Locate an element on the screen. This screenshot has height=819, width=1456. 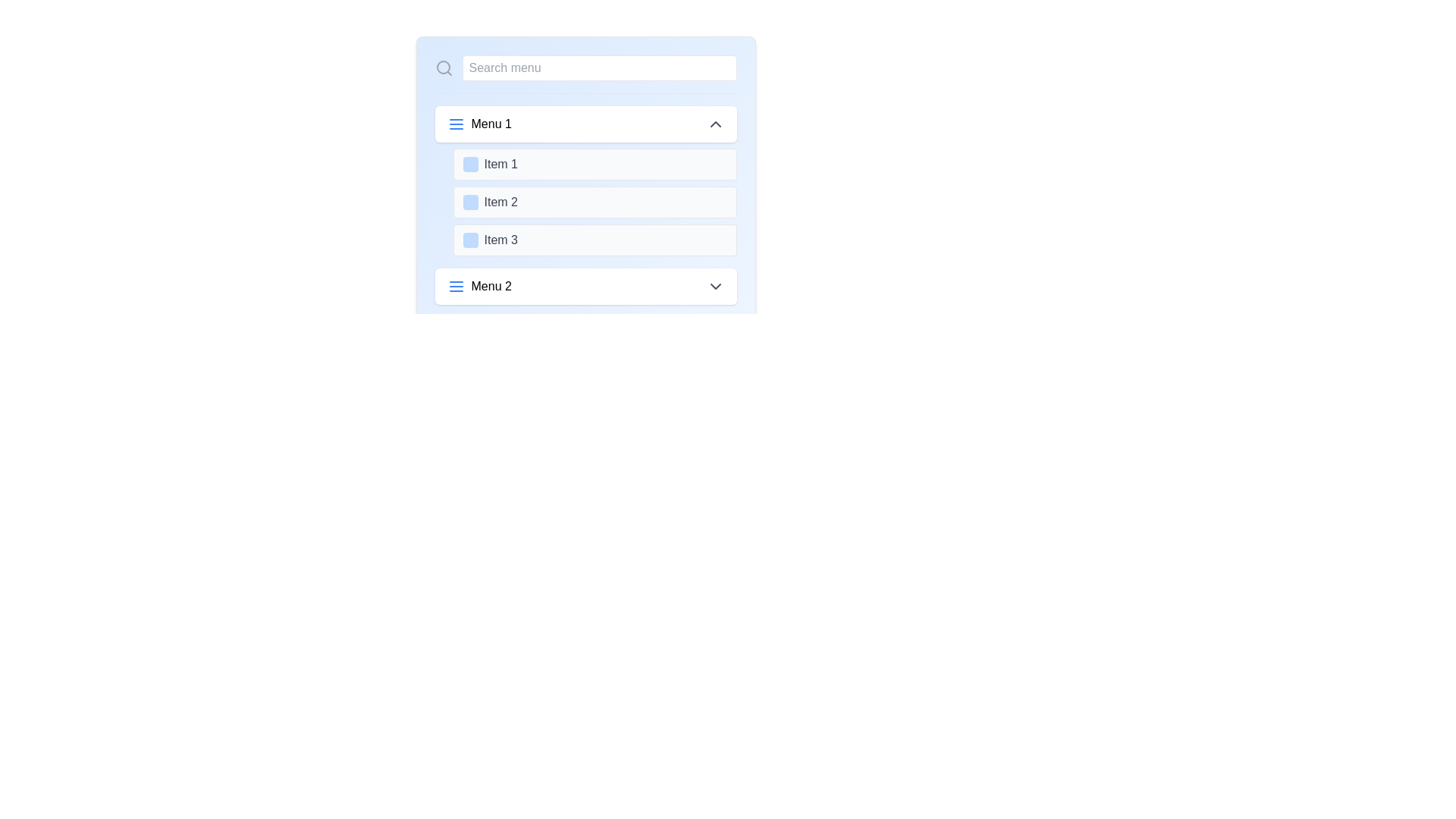
the indicator/icon associated with 'Item 1' in the dropdown of 'Menu 1', located on the leftmost side of the 'Item 1' row is located at coordinates (469, 164).